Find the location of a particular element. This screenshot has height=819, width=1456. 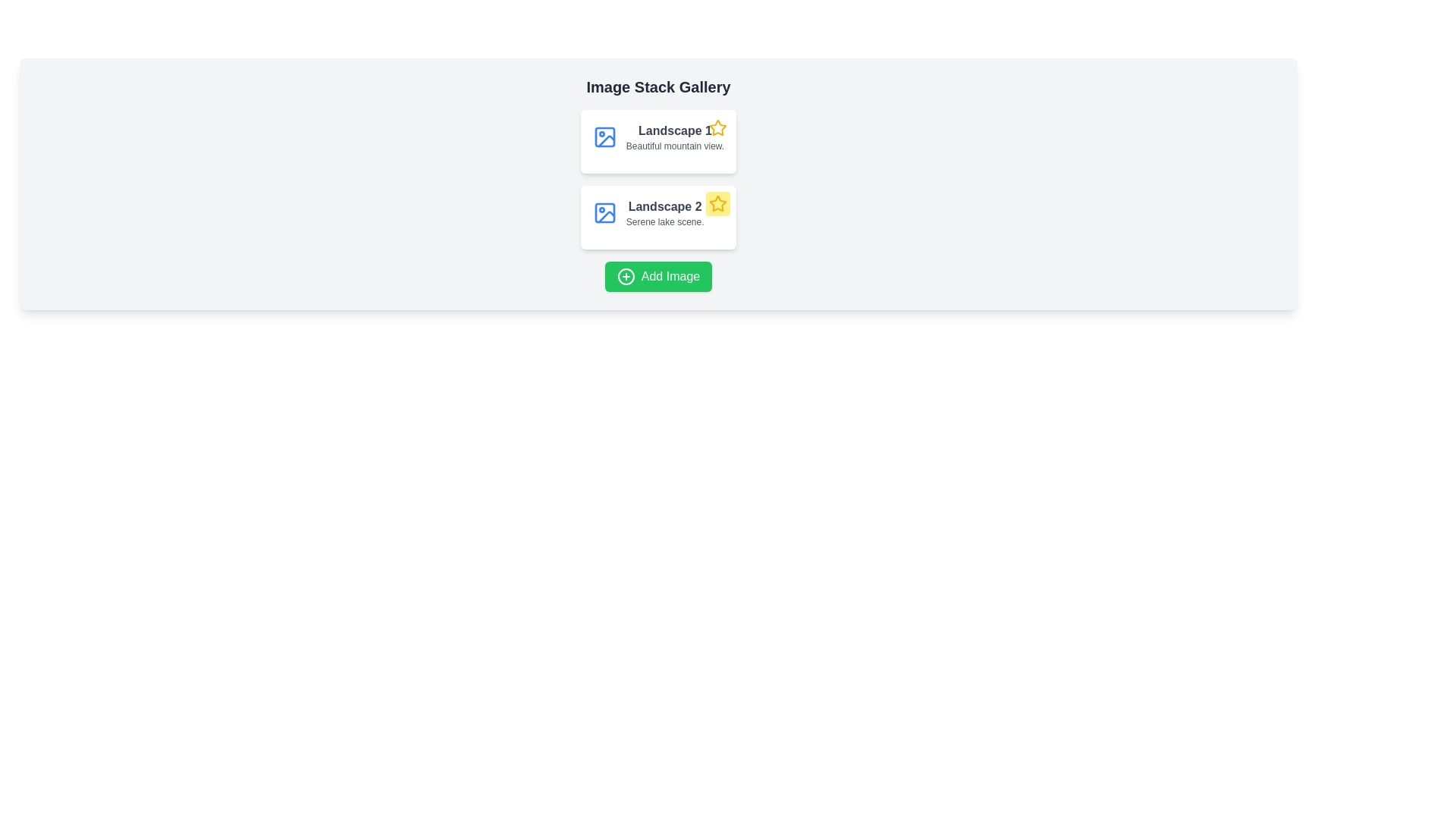

the 'Add New Image' button located at the bottom-center of the 'Image Stack Gallery' section for accessibility navigation is located at coordinates (658, 277).